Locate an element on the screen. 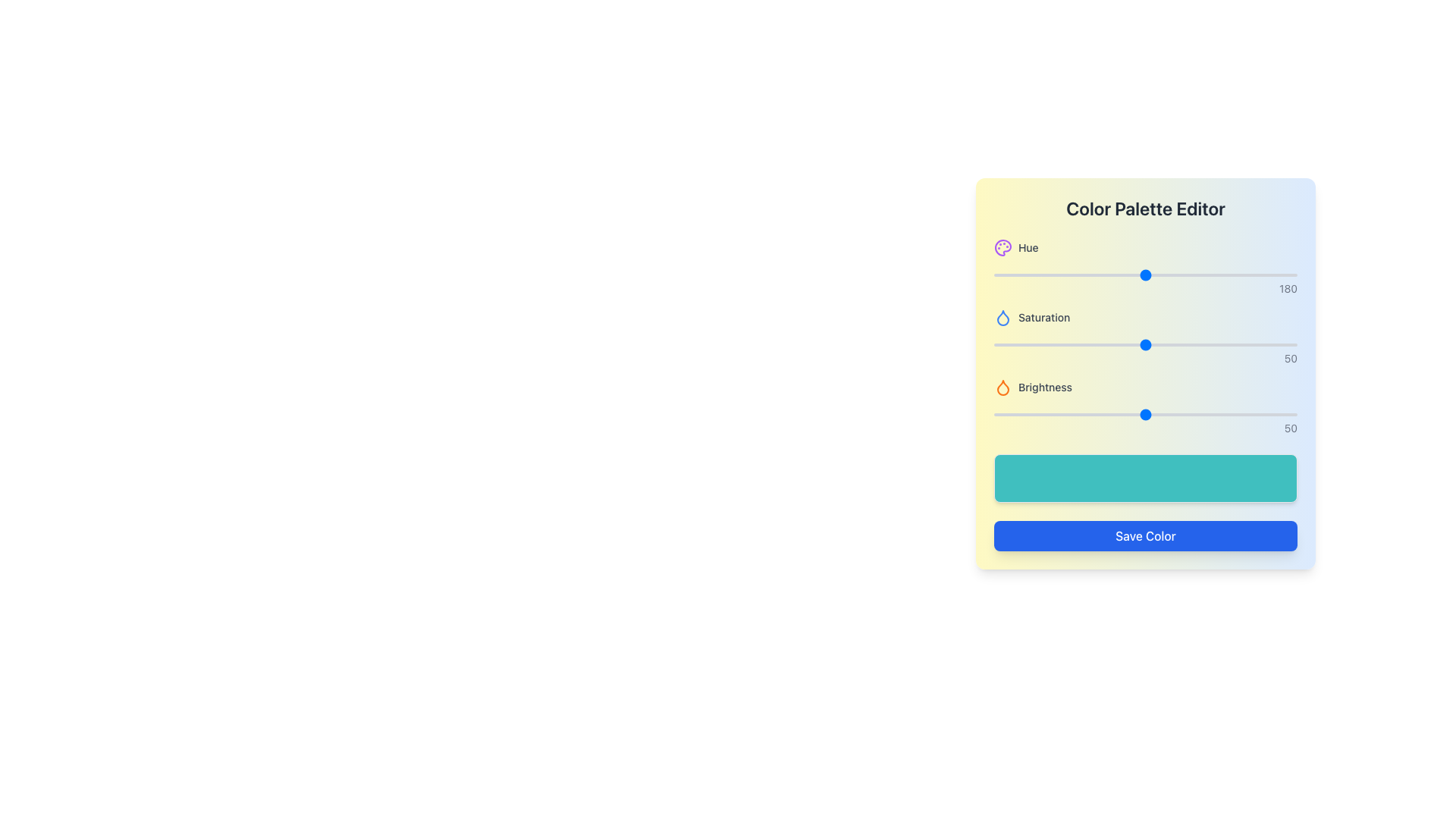  hue is located at coordinates (1285, 275).